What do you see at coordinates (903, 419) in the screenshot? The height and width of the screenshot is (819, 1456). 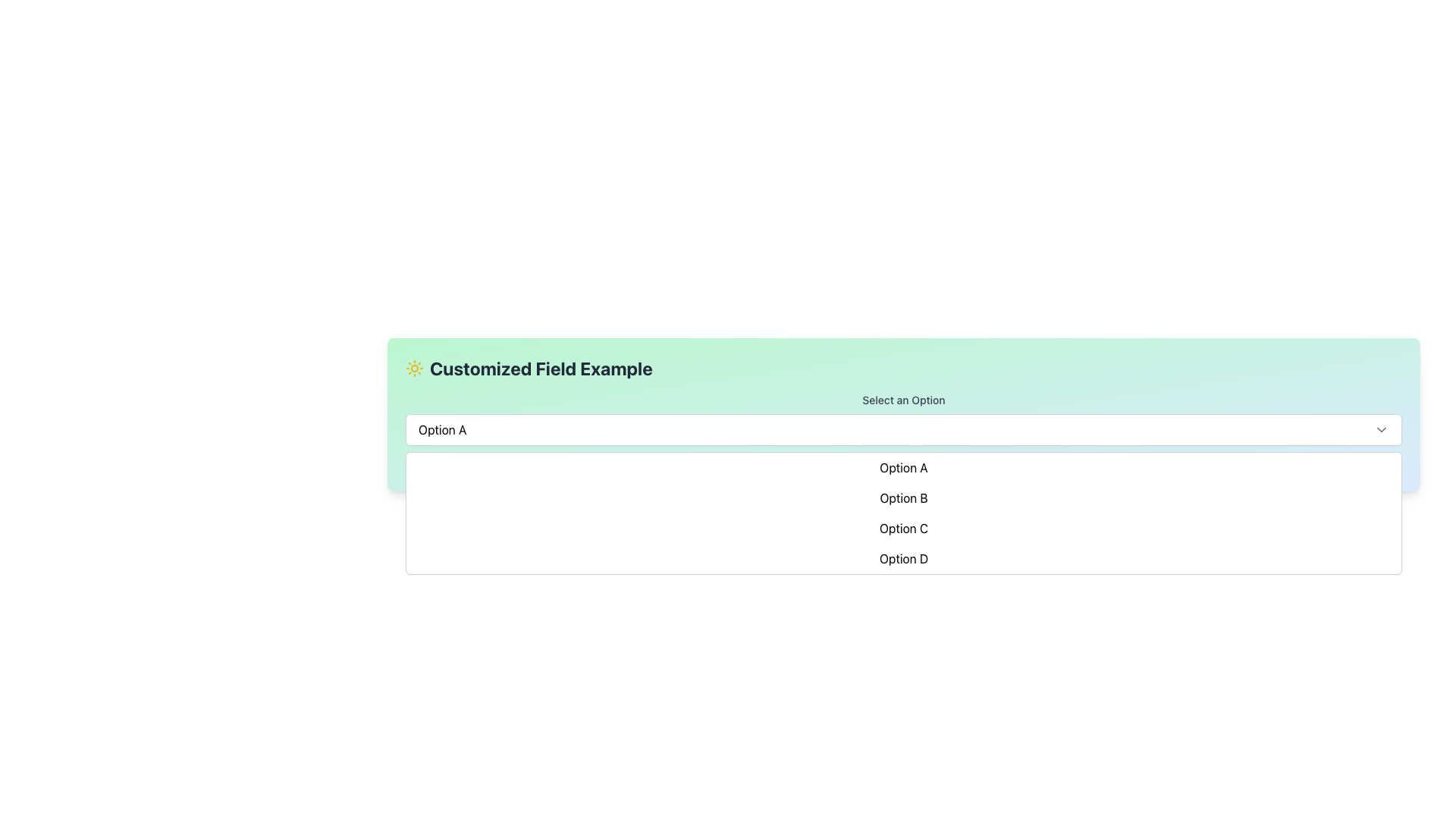 I see `the dropdown menu labeled 'Select an Option'` at bounding box center [903, 419].